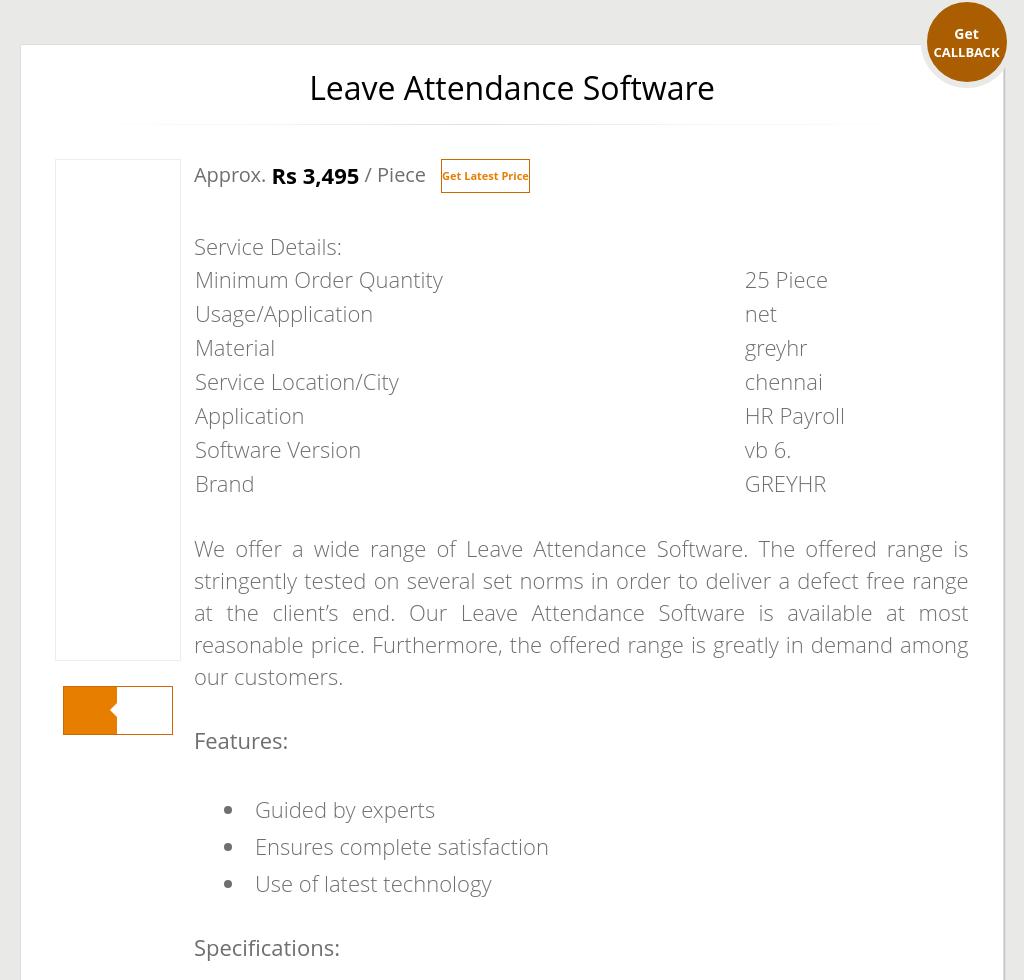 The width and height of the screenshot is (1024, 980). I want to click on 'greyhr', so click(775, 347).